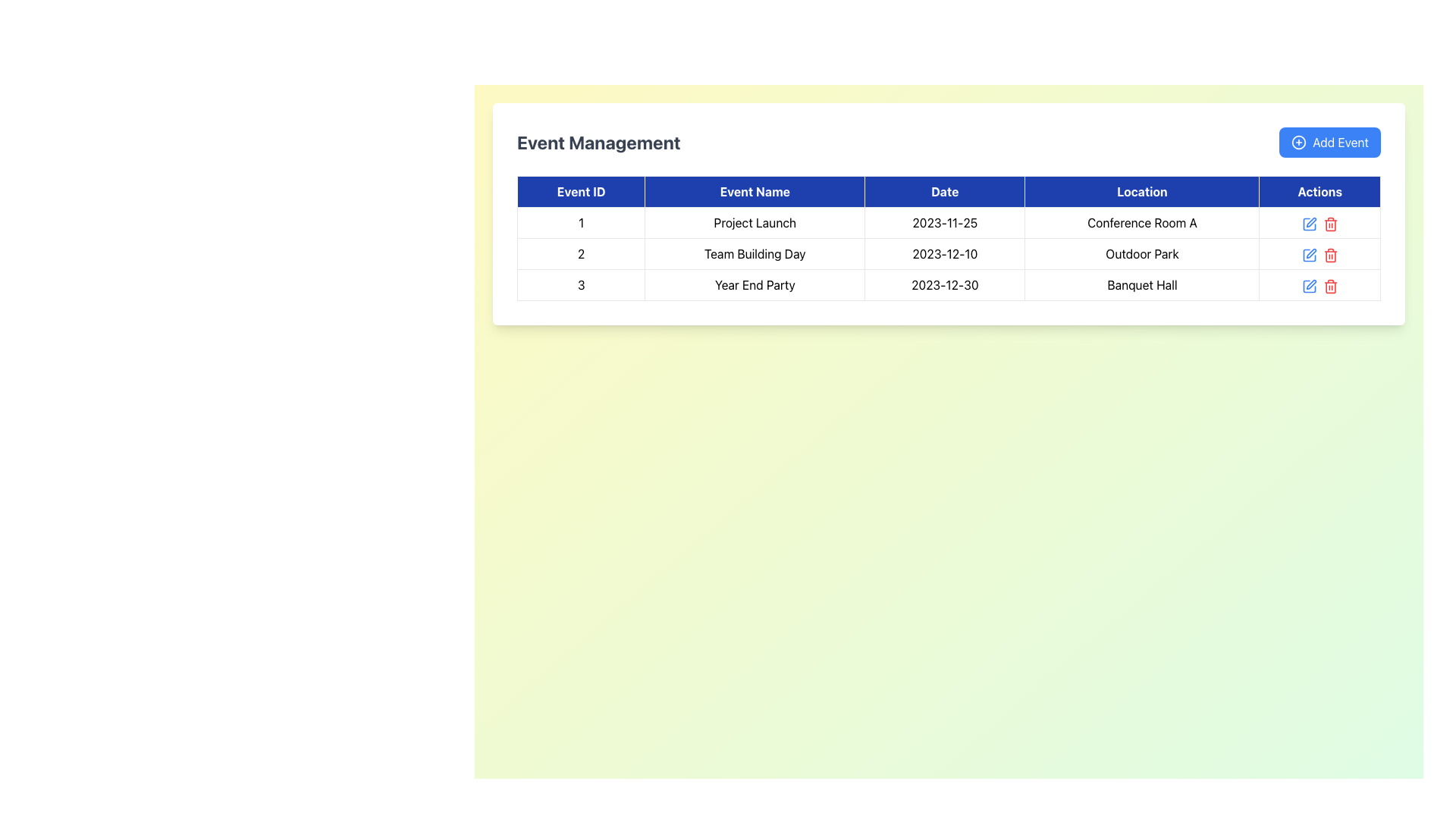  I want to click on text from the fourth table header cell that labels the column for location information for events, which is positioned between the 'Date' and 'Actions' header cells, so click(1142, 191).